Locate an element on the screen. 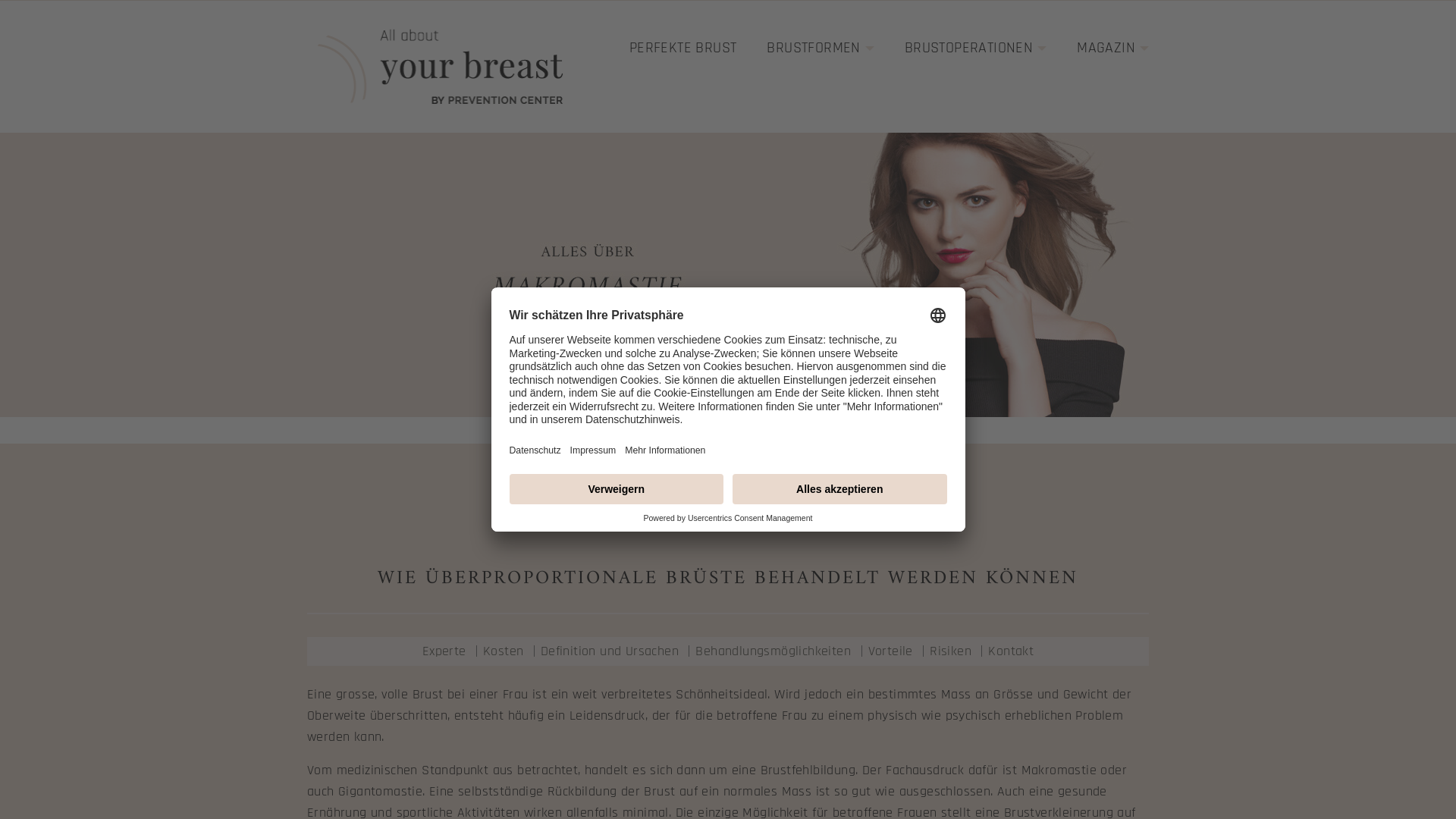  'Kosten' is located at coordinates (482, 650).